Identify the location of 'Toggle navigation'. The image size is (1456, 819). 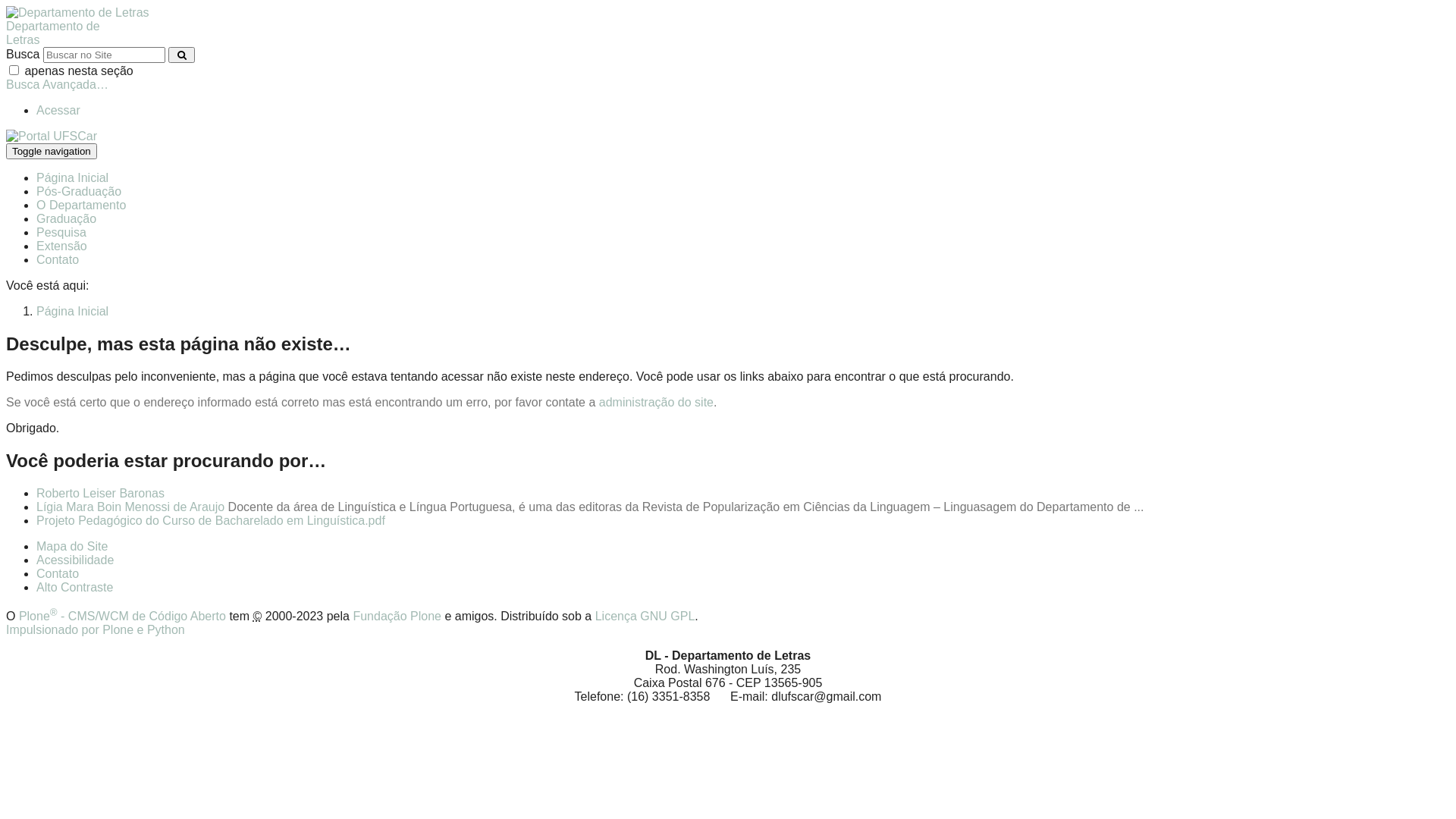
(6, 151).